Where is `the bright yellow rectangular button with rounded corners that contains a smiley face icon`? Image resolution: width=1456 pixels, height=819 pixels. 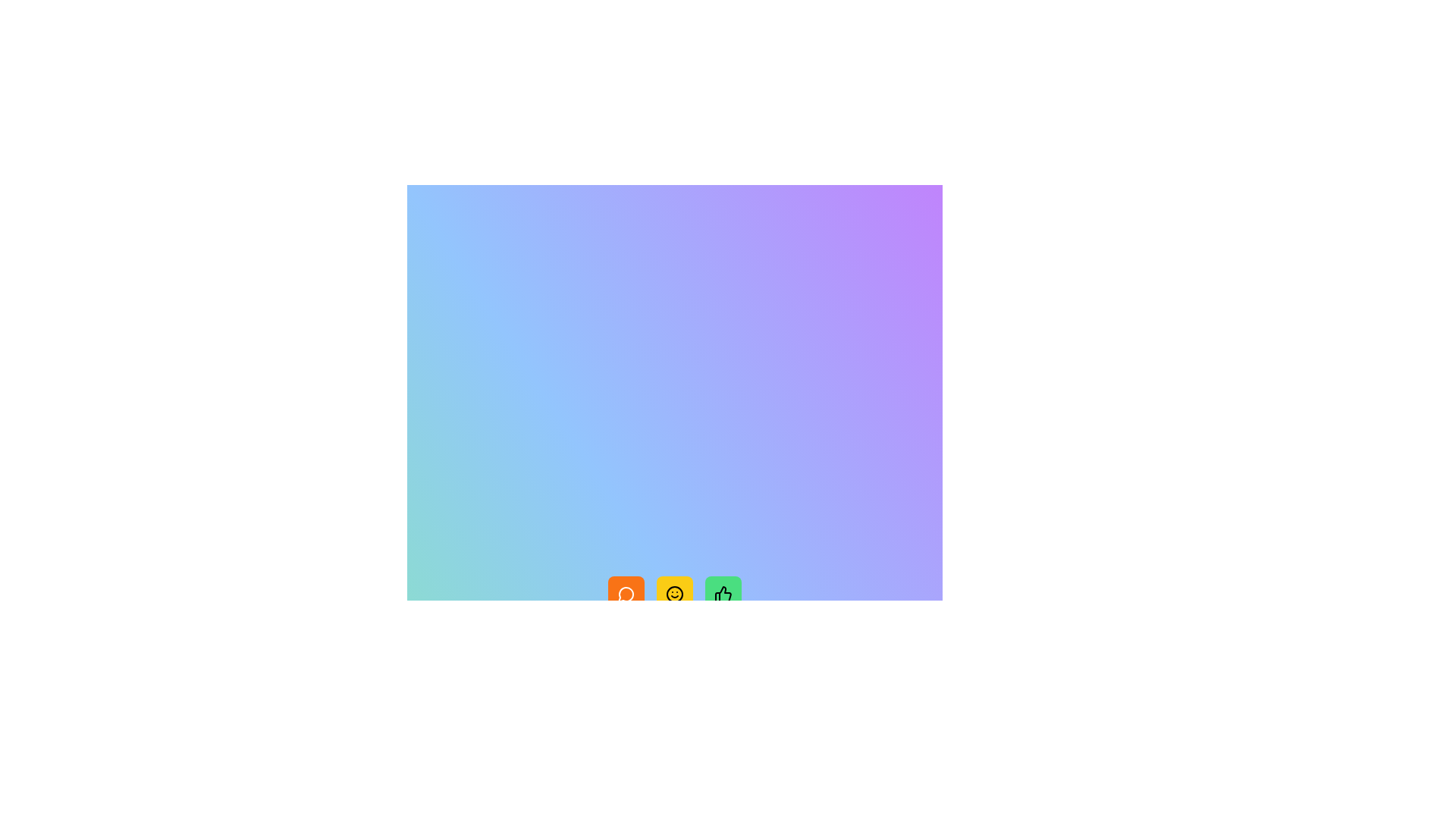 the bright yellow rectangular button with rounded corners that contains a smiley face icon is located at coordinates (673, 593).